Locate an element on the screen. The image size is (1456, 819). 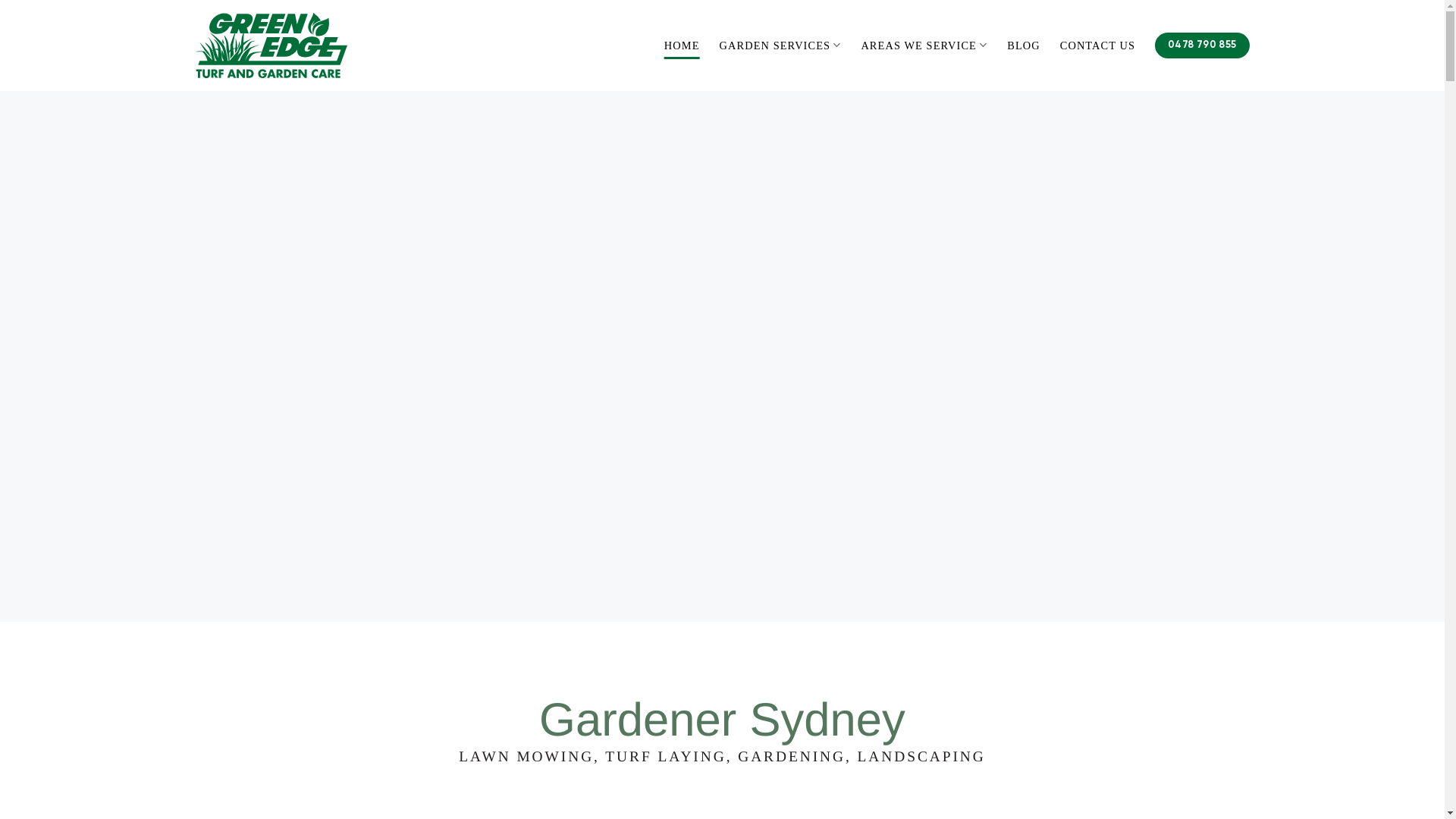
'GARDEN SERVICES' is located at coordinates (780, 44).